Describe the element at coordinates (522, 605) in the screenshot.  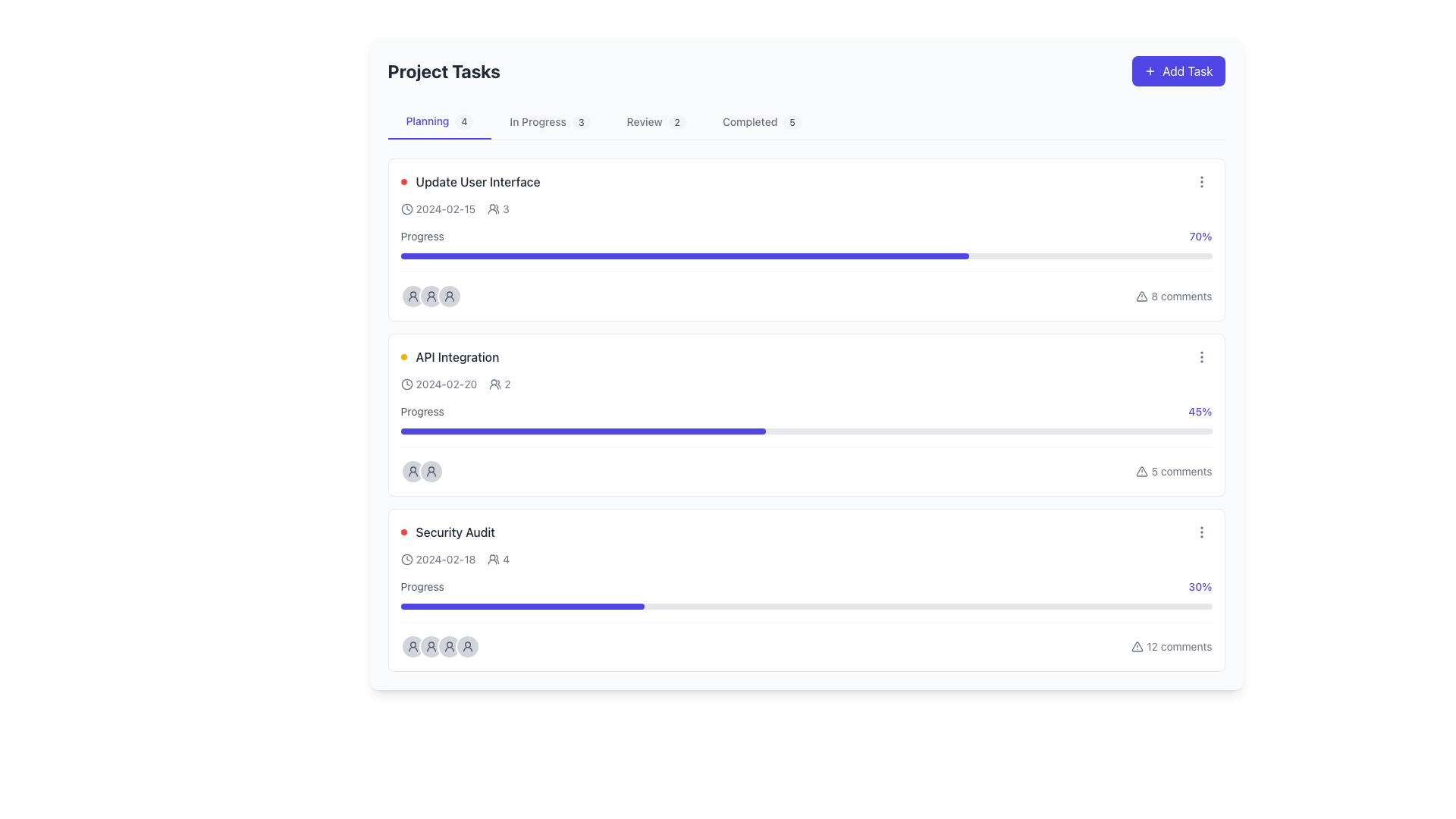
I see `the Progress indicator of the 'Security Audit' task to interact with it` at that location.